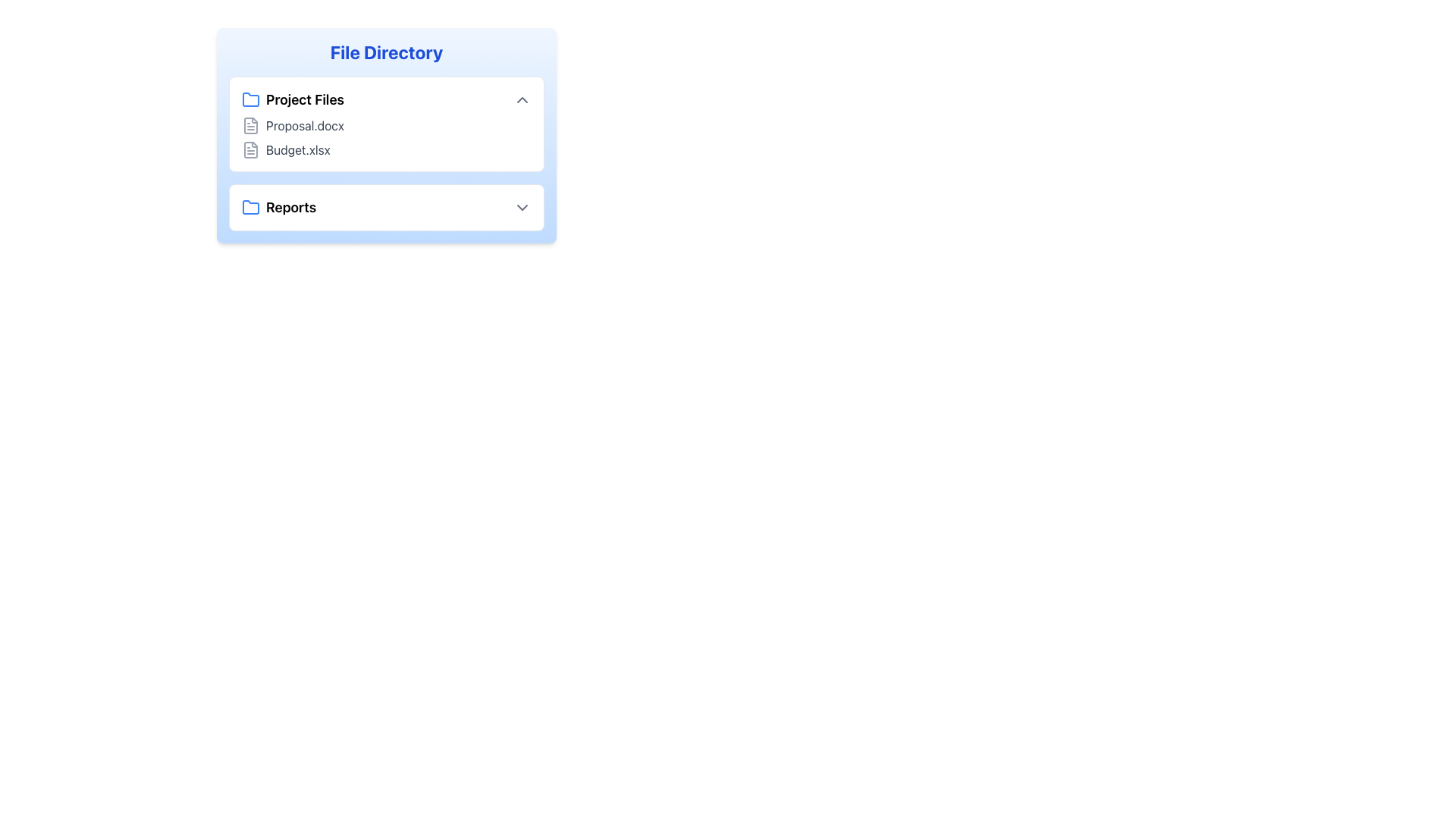 The width and height of the screenshot is (1456, 819). Describe the element at coordinates (251, 149) in the screenshot. I see `the file document icon styled in grayish tones located next to 'Budget.xlsx' in the 'File Directory' section` at that location.